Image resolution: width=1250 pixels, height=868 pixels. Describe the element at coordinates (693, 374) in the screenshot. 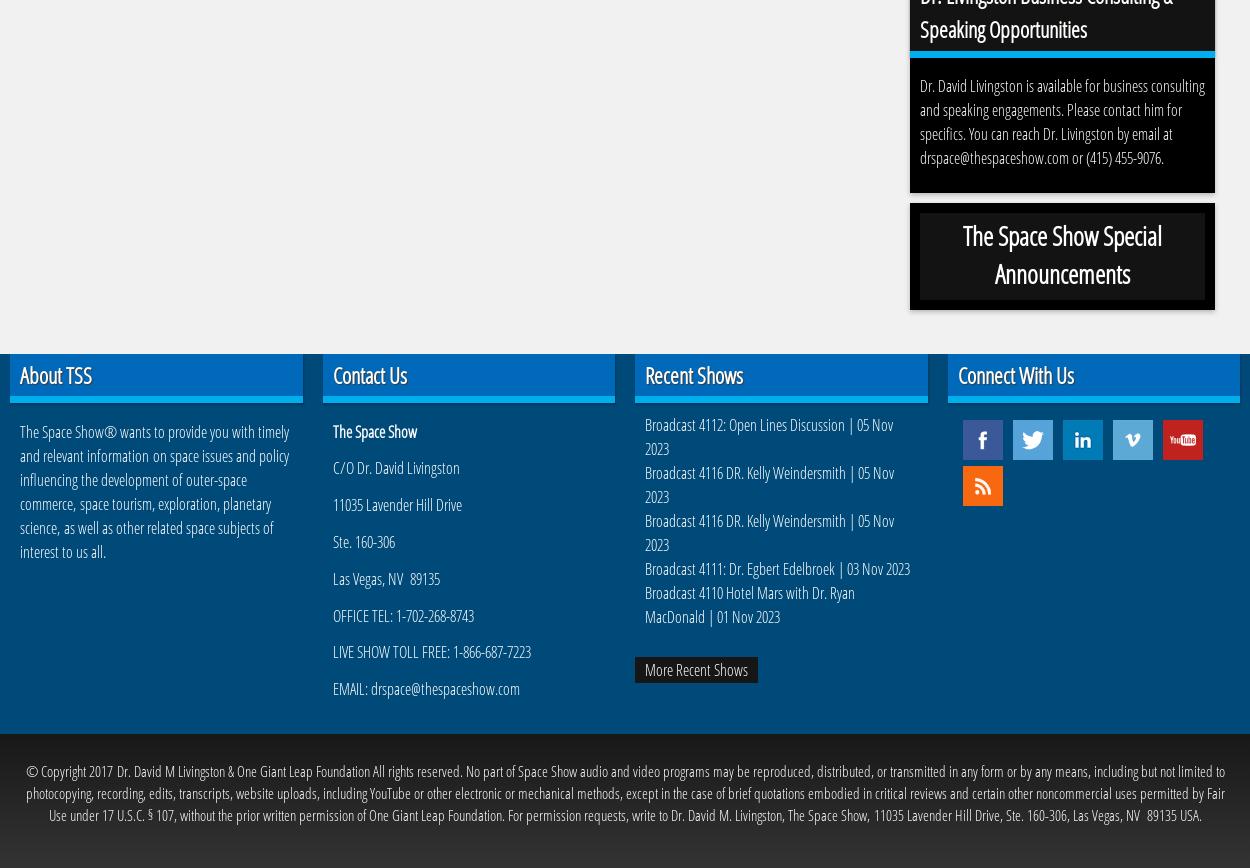

I see `'Recent Shows'` at that location.